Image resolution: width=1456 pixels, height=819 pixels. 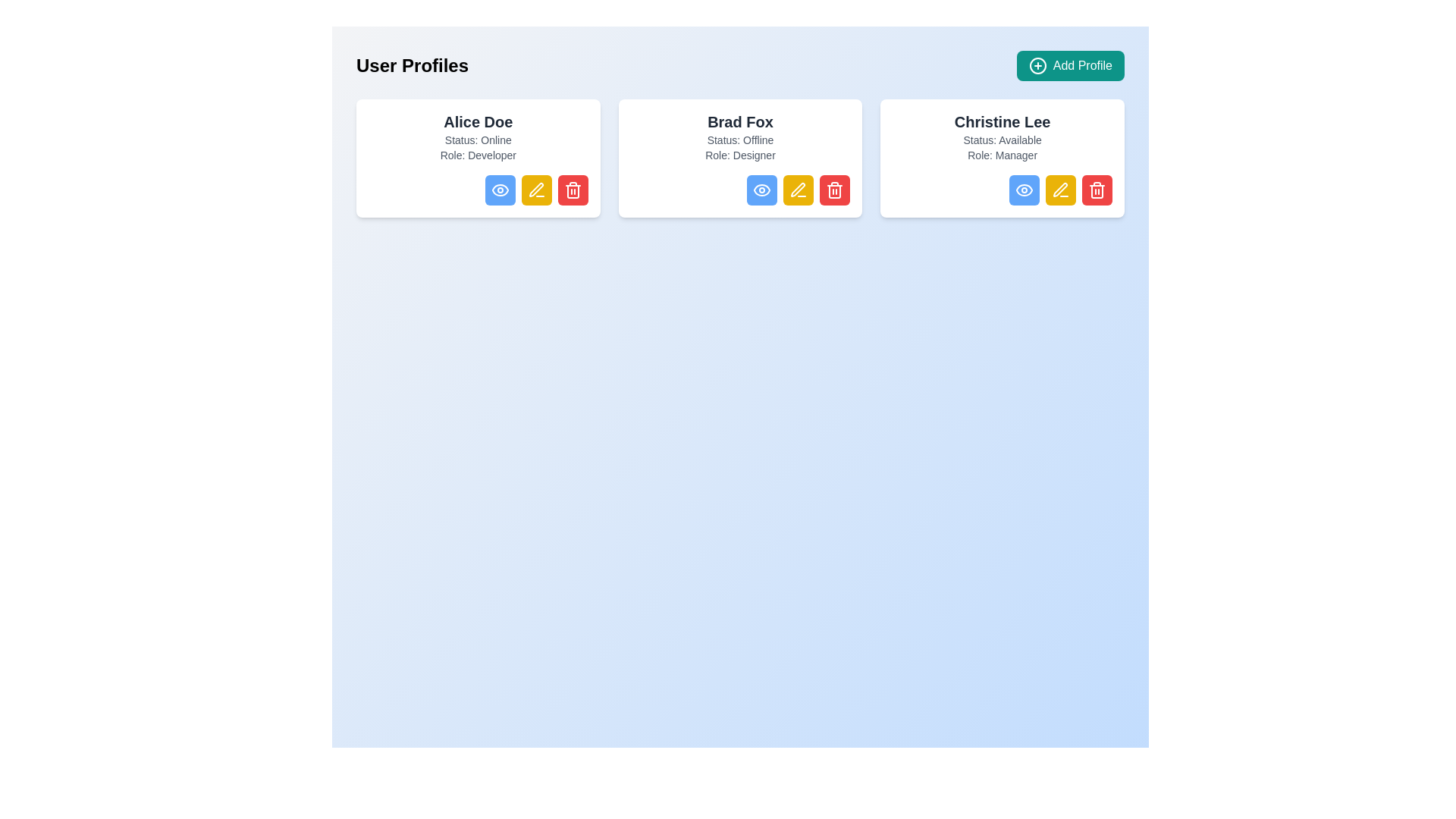 What do you see at coordinates (572, 189) in the screenshot?
I see `the red icon within the deletion button located to the rightmost position of the group of three buttons below Alice Doe's profile card to initiate the deletion process` at bounding box center [572, 189].